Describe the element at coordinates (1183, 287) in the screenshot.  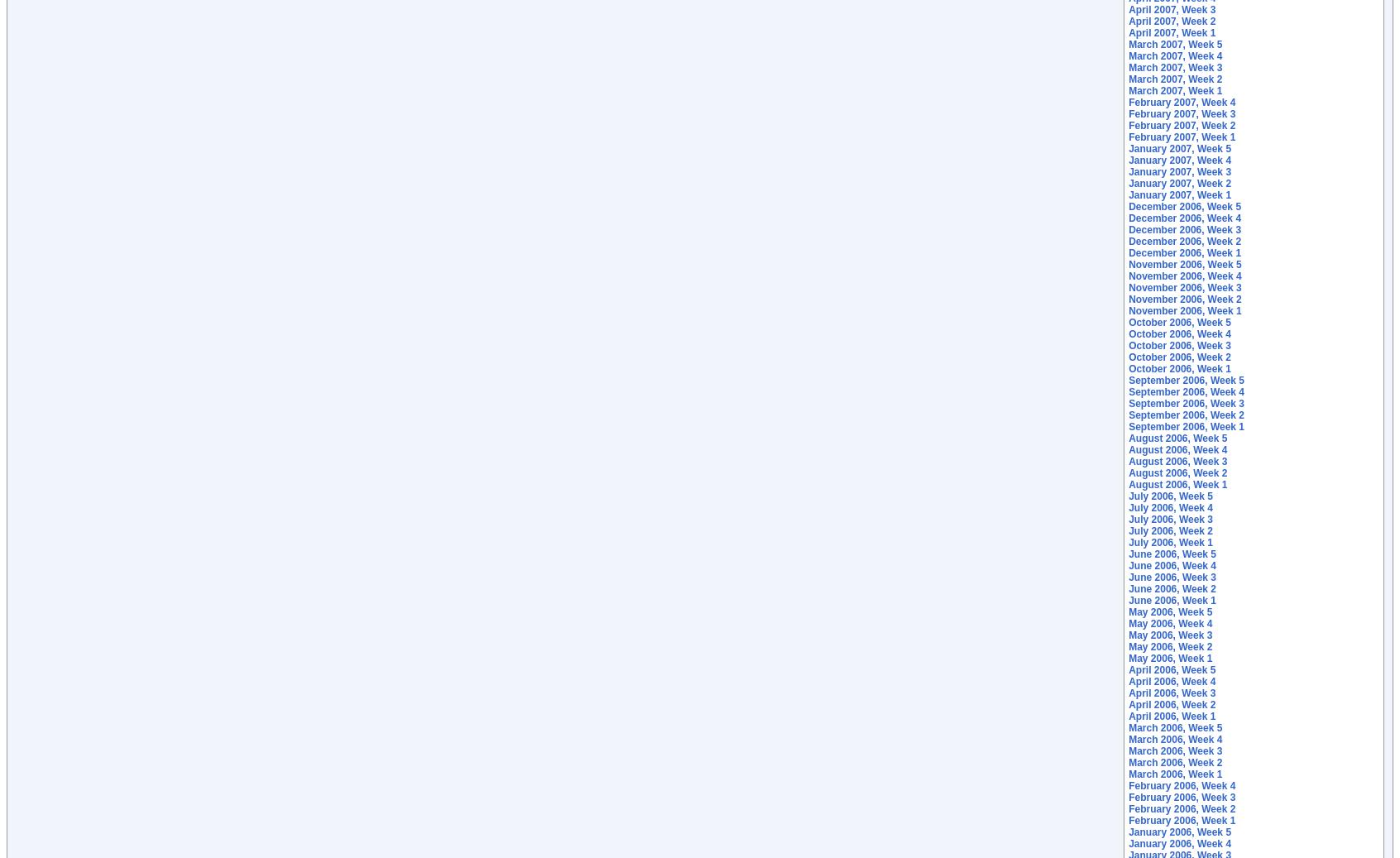
I see `'November 2006, Week 3'` at that location.